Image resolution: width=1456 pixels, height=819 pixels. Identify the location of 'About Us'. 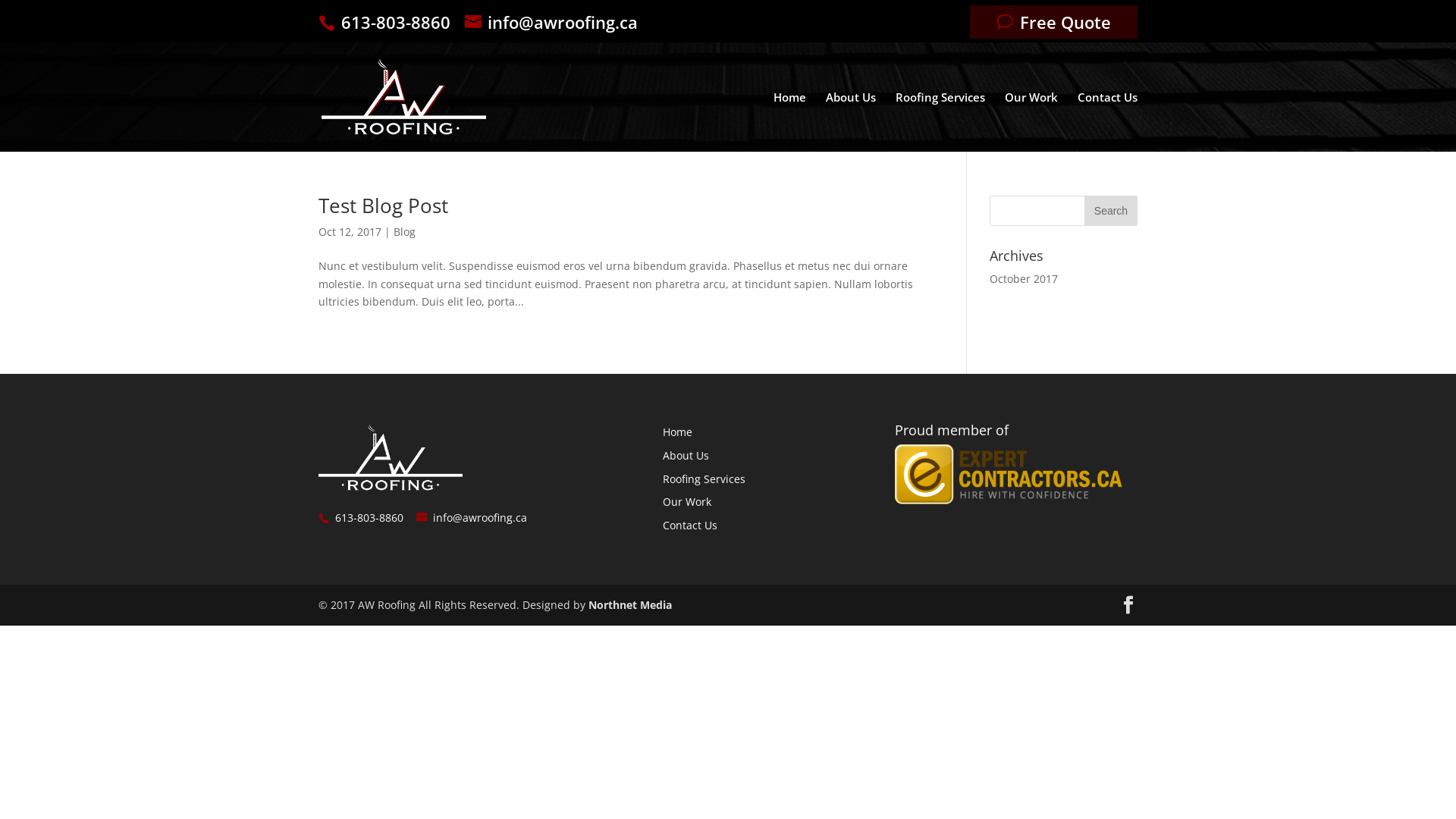
(685, 454).